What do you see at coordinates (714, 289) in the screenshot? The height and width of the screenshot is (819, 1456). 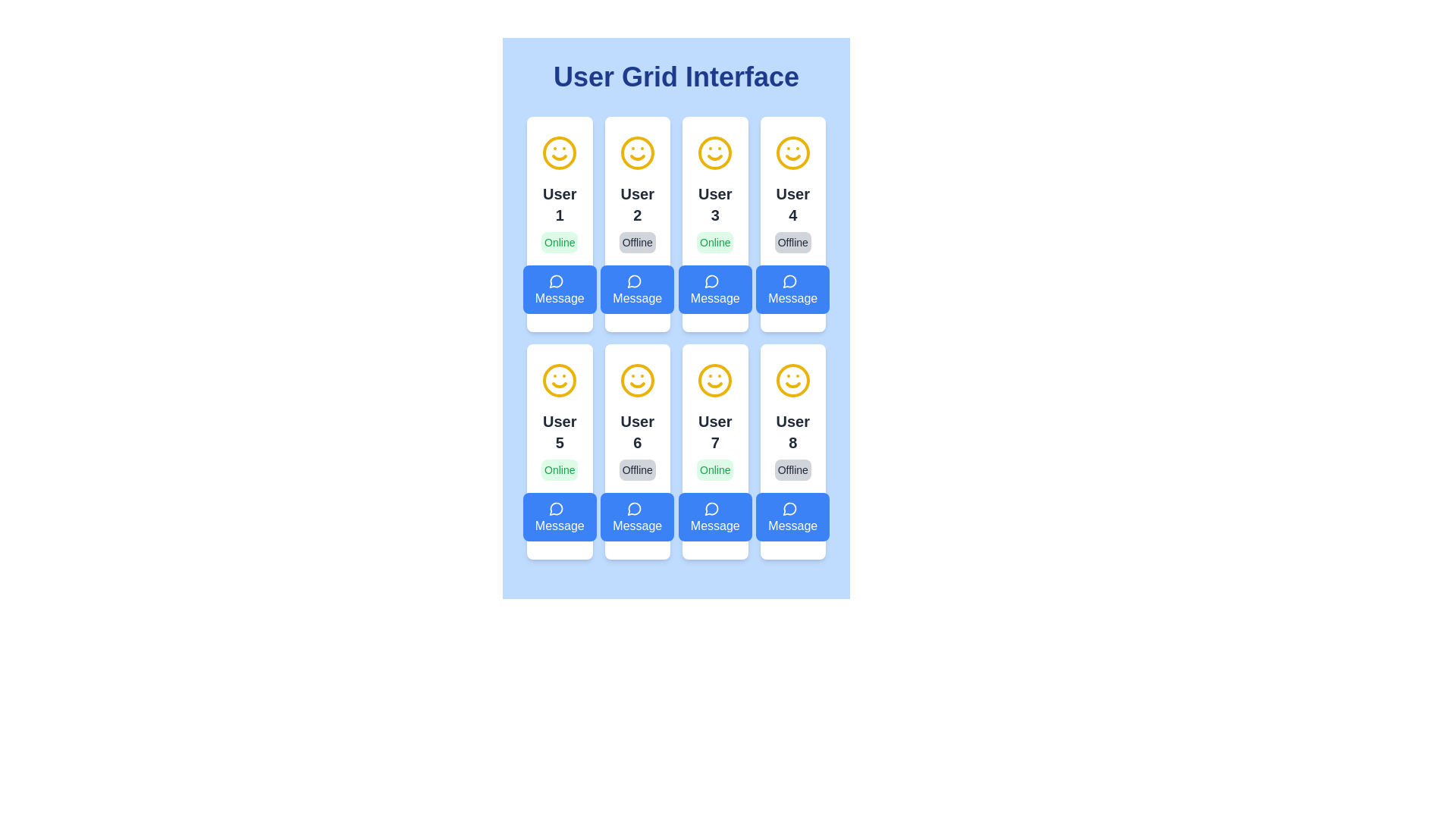 I see `the button located in the card representing 'User 3' to initiate the messaging interface` at bounding box center [714, 289].